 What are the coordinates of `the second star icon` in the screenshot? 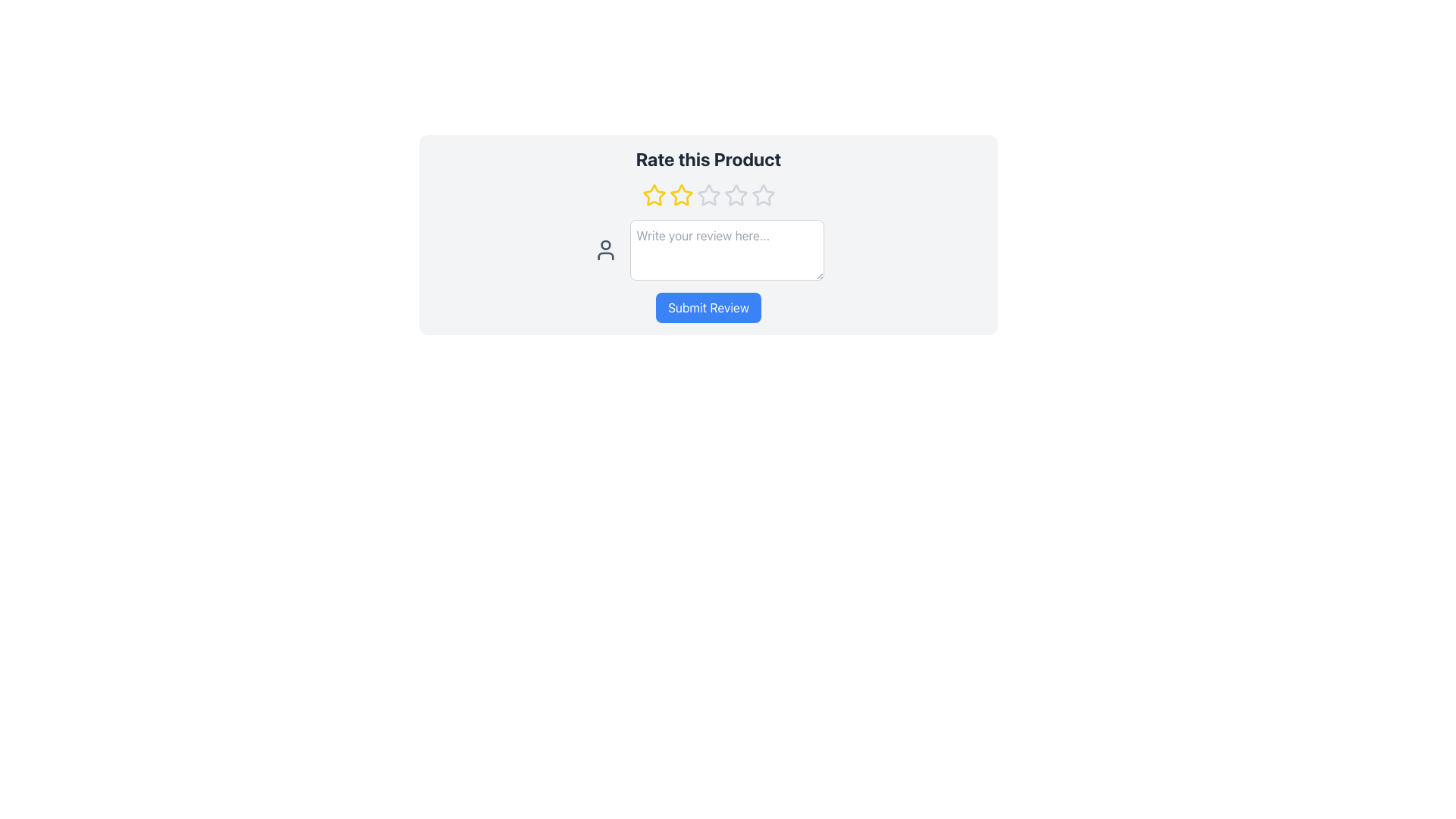 It's located at (680, 194).